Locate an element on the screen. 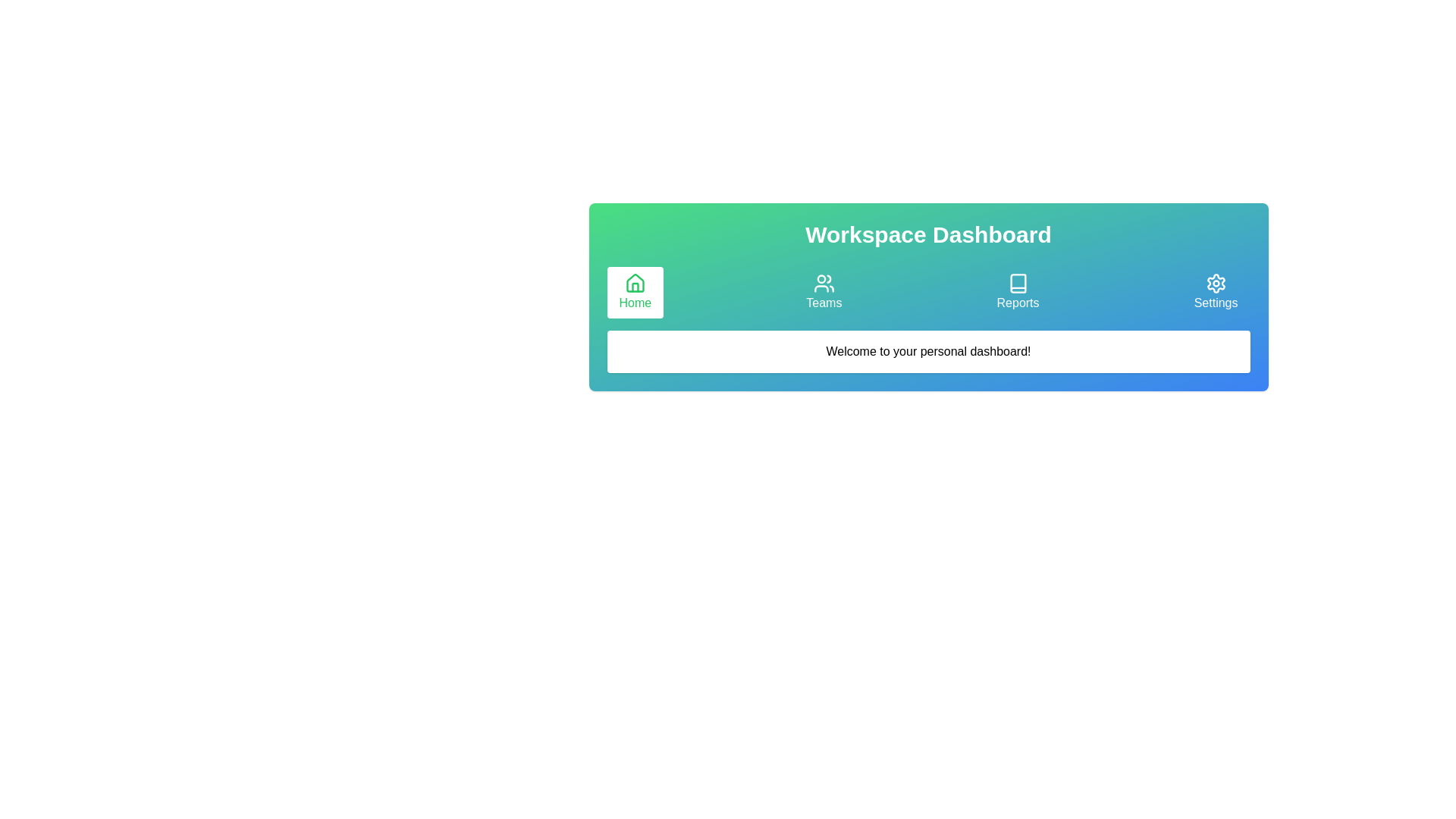  the book-shaped icon in the 'Reports' section of the top navigation menu, located between the 'Teams' and 'Settings' sections is located at coordinates (1018, 284).